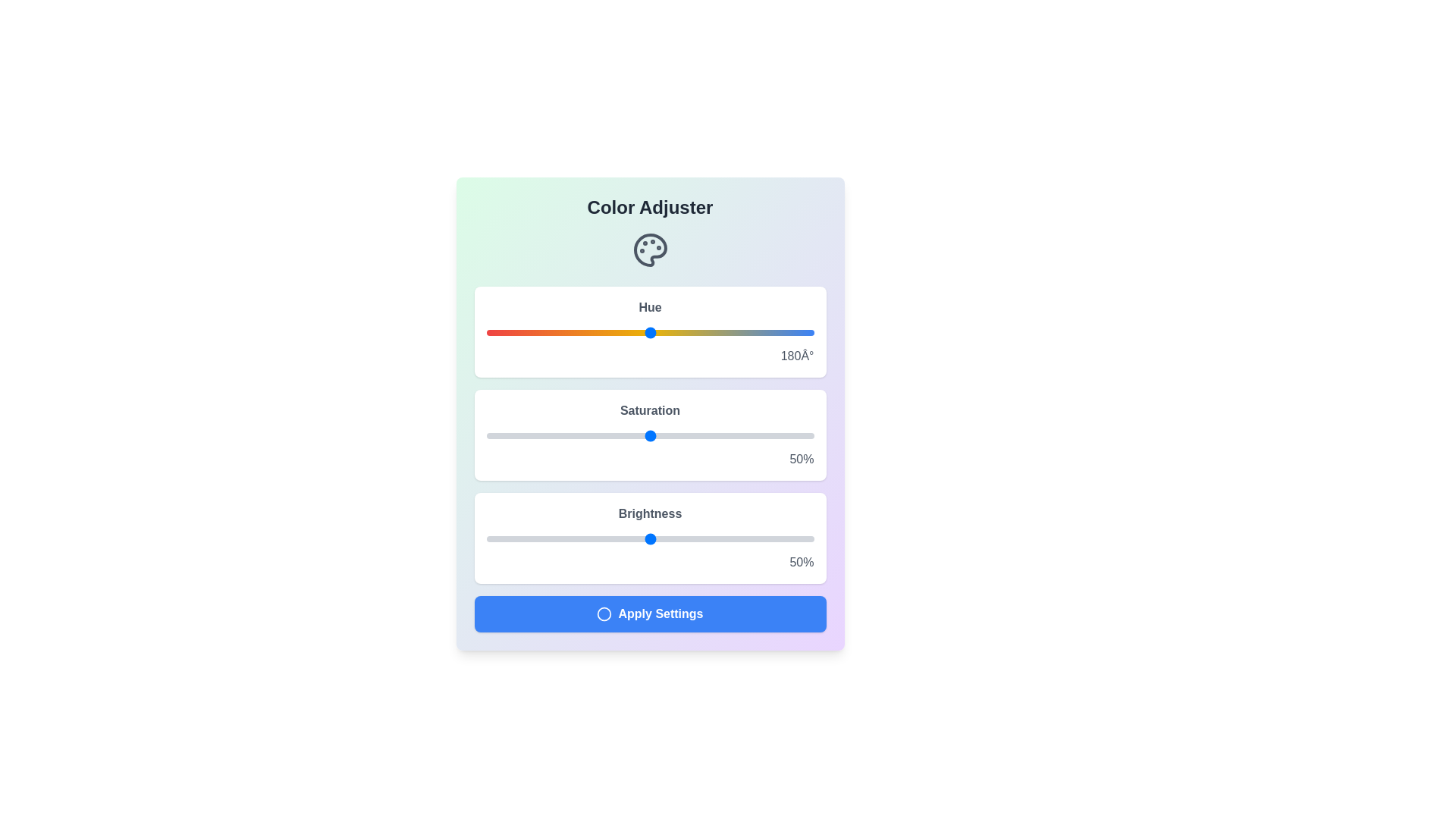 The height and width of the screenshot is (819, 1456). I want to click on the brightness slider to 4% by dragging the slider to the corresponding position, so click(499, 538).